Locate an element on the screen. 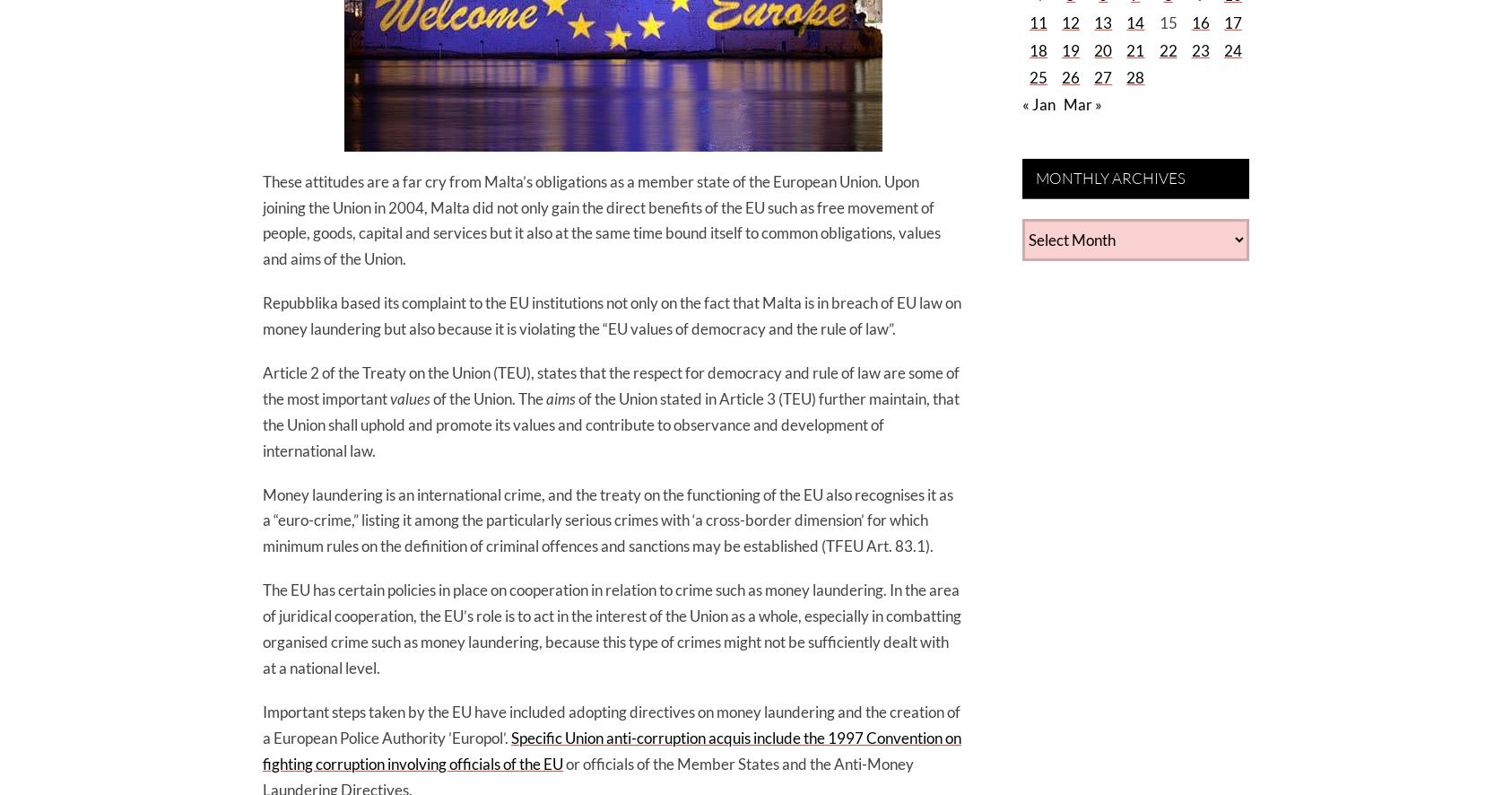 The width and height of the screenshot is (1512, 795). '18' is located at coordinates (1037, 48).